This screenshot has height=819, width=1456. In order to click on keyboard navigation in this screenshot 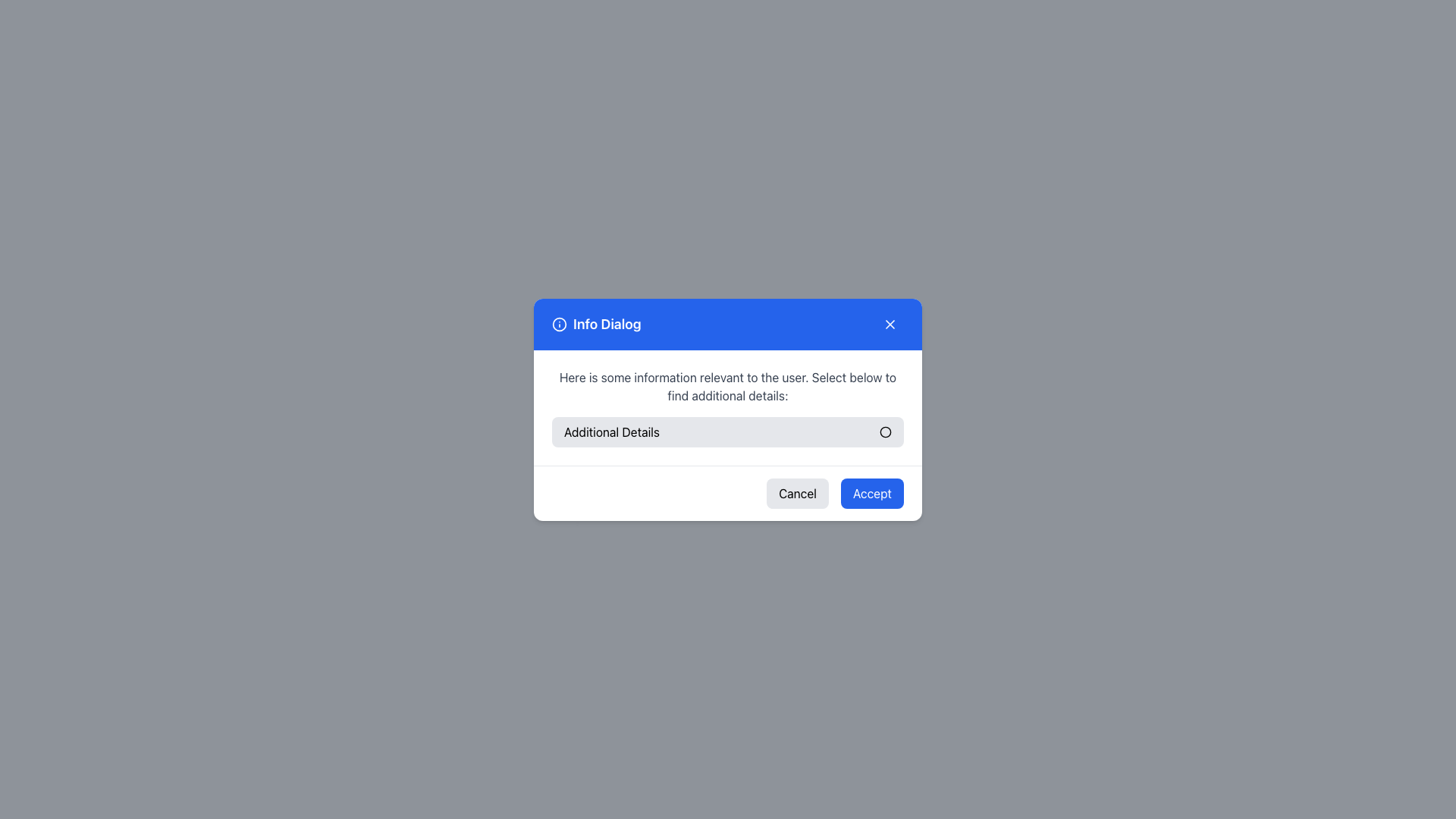, I will do `click(728, 431)`.